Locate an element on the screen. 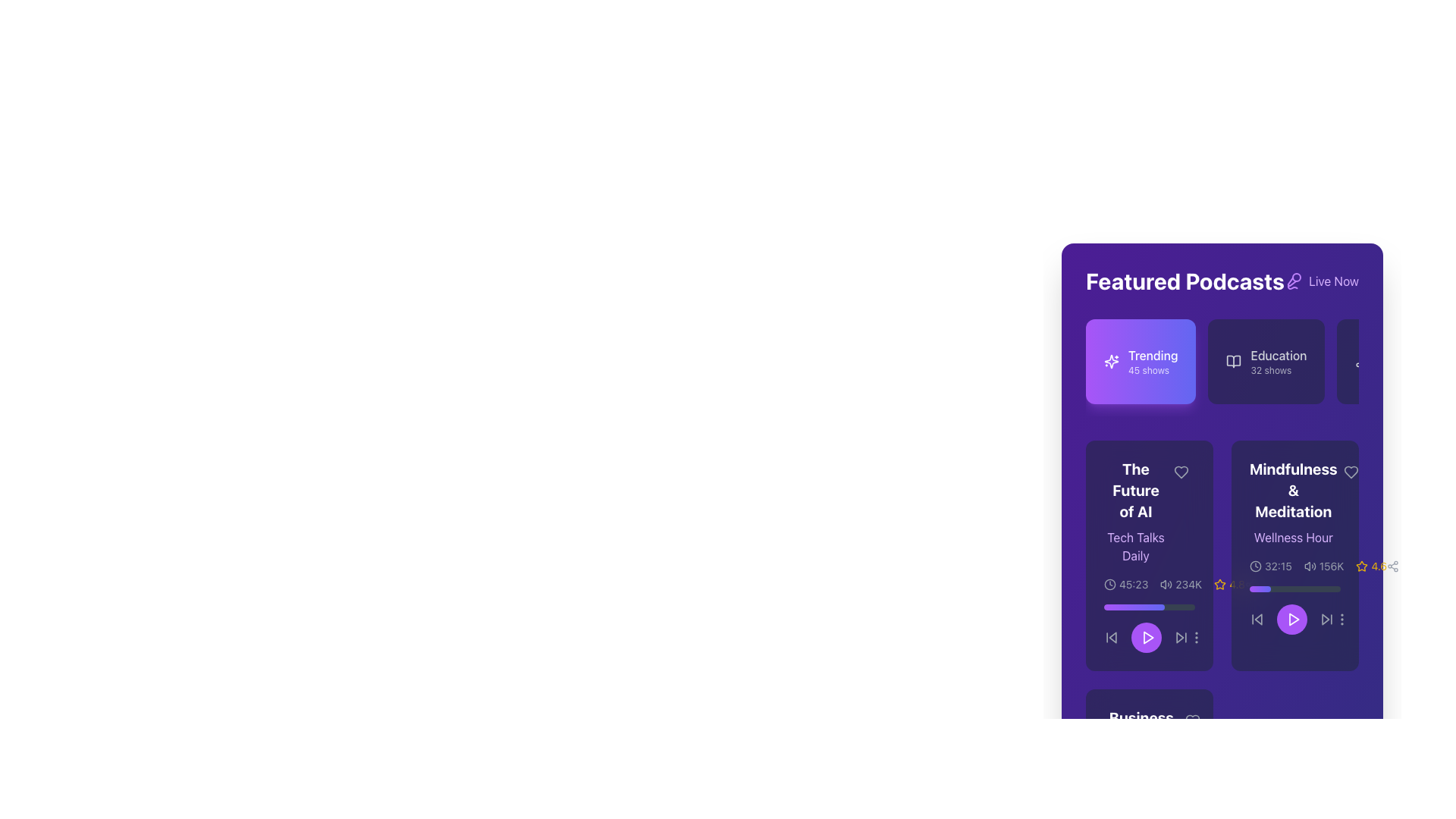 Image resolution: width=1456 pixels, height=819 pixels. the star-shaped rating icon with a yellow outline located beside the text '4.6' under the 'Mindfulness & Meditation' section in the 'Featured Podcasts' panel to interact with the rating system is located at coordinates (1362, 566).